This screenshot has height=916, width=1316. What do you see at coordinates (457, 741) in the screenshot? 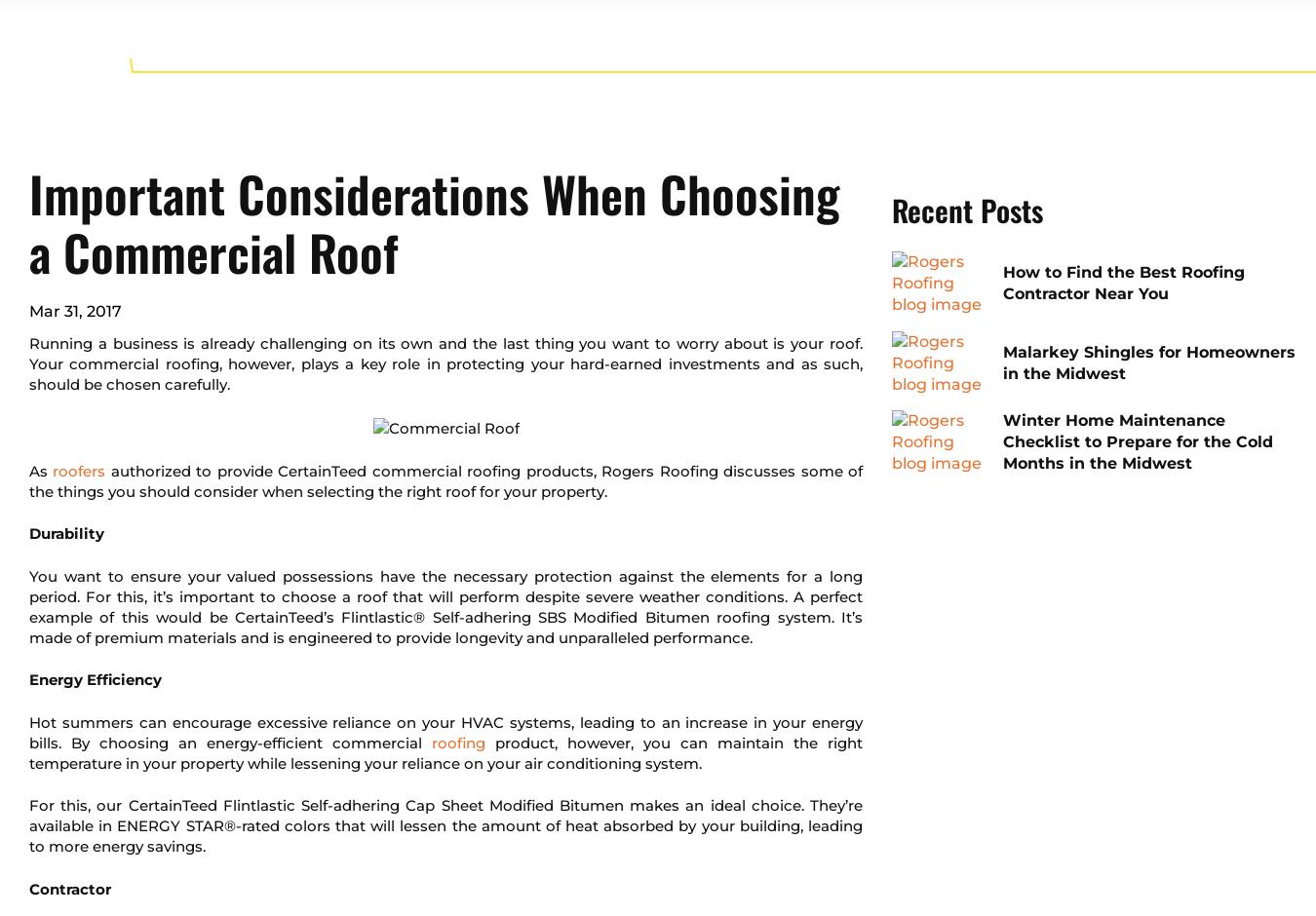
I see `'roofing'` at bounding box center [457, 741].